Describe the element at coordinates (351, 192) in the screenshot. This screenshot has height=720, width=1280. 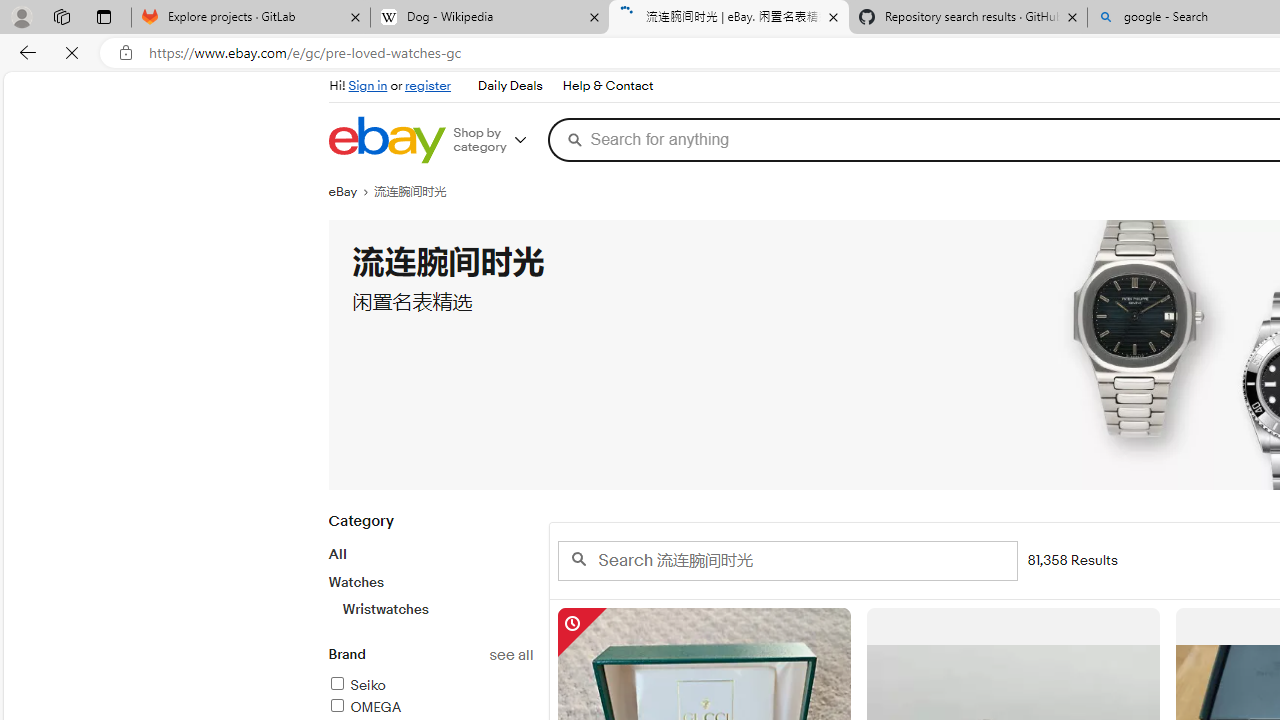
I see `'eBay'` at that location.